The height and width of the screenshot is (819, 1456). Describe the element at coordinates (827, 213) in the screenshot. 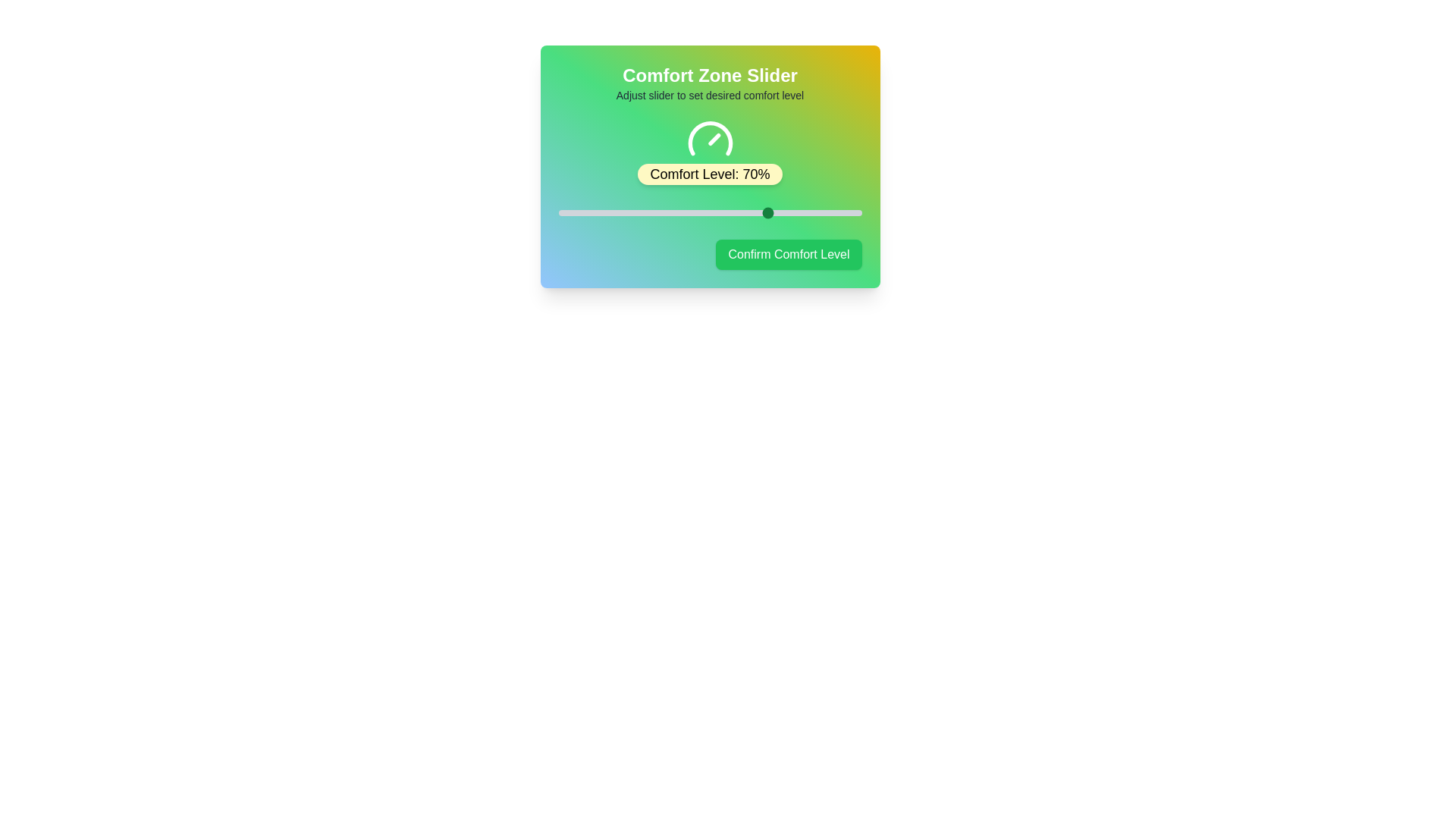

I see `the slider to set the comfort level to 89` at that location.